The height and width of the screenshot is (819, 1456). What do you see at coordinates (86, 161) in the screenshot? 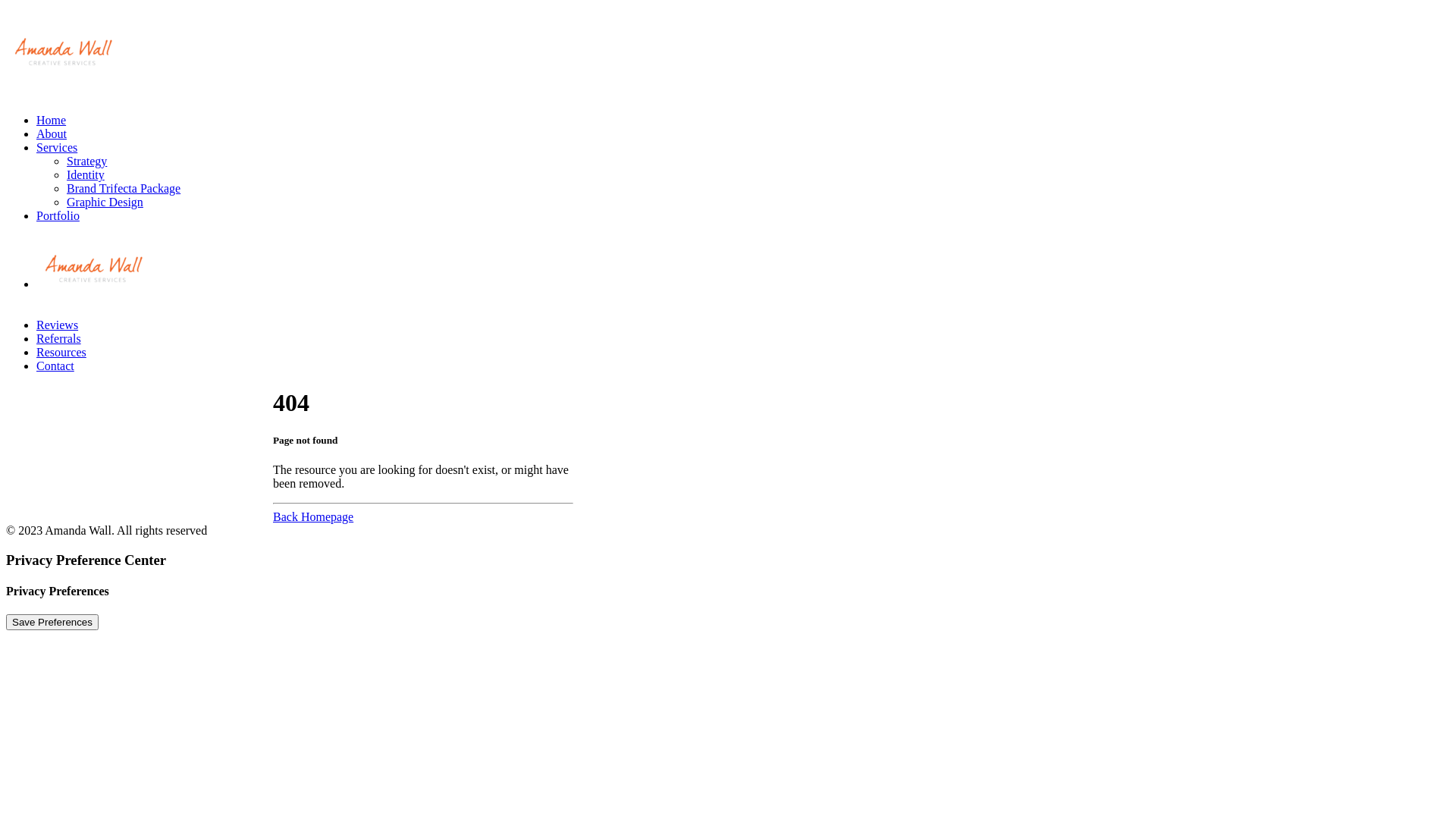
I see `'Strategy'` at bounding box center [86, 161].